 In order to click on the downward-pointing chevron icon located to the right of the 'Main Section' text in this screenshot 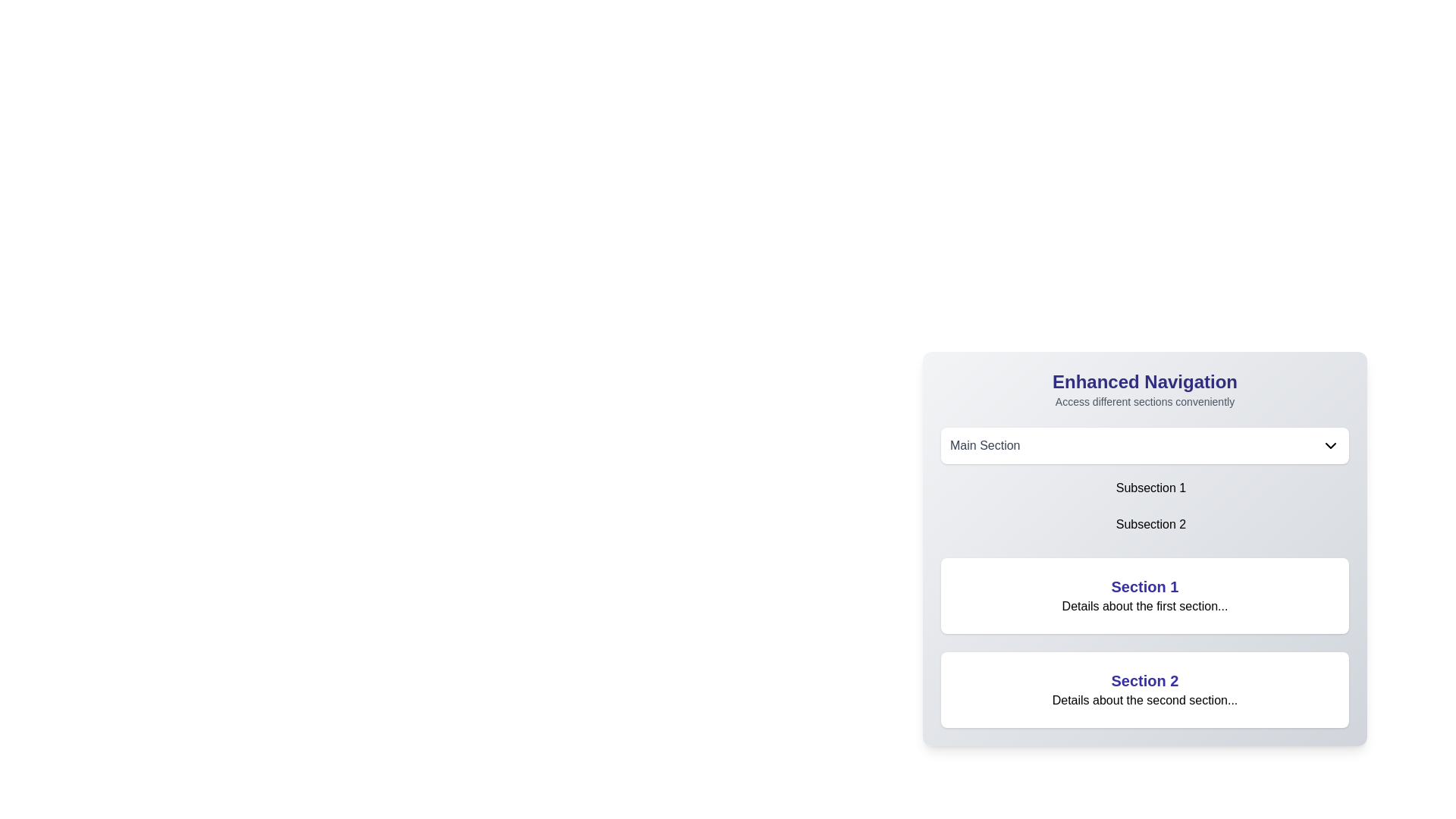, I will do `click(1330, 444)`.